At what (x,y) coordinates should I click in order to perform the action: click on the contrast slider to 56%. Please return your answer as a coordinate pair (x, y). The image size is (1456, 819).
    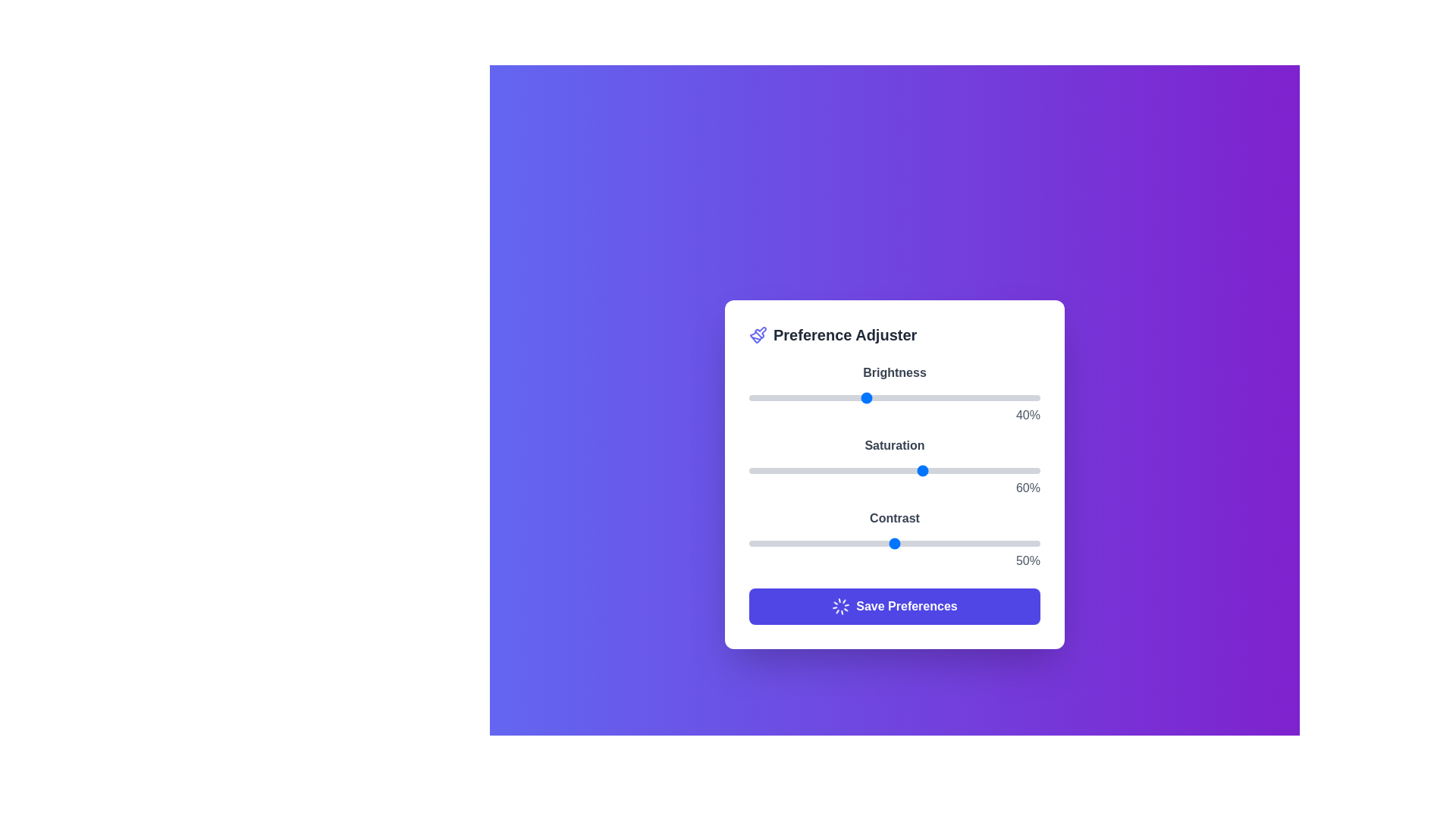
    Looking at the image, I should click on (912, 543).